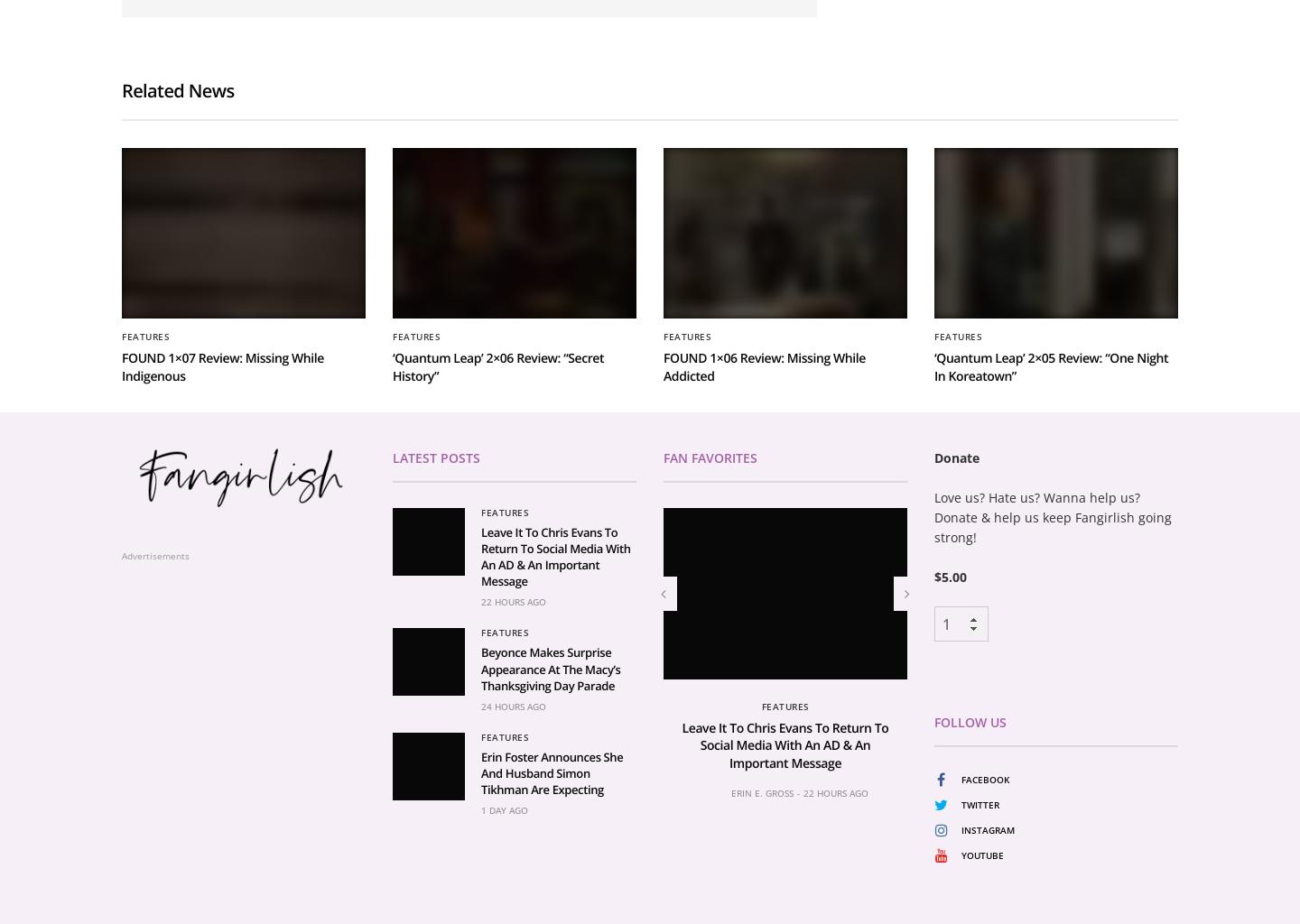 The height and width of the screenshot is (924, 1300). I want to click on 'Latest Posts', so click(393, 669).